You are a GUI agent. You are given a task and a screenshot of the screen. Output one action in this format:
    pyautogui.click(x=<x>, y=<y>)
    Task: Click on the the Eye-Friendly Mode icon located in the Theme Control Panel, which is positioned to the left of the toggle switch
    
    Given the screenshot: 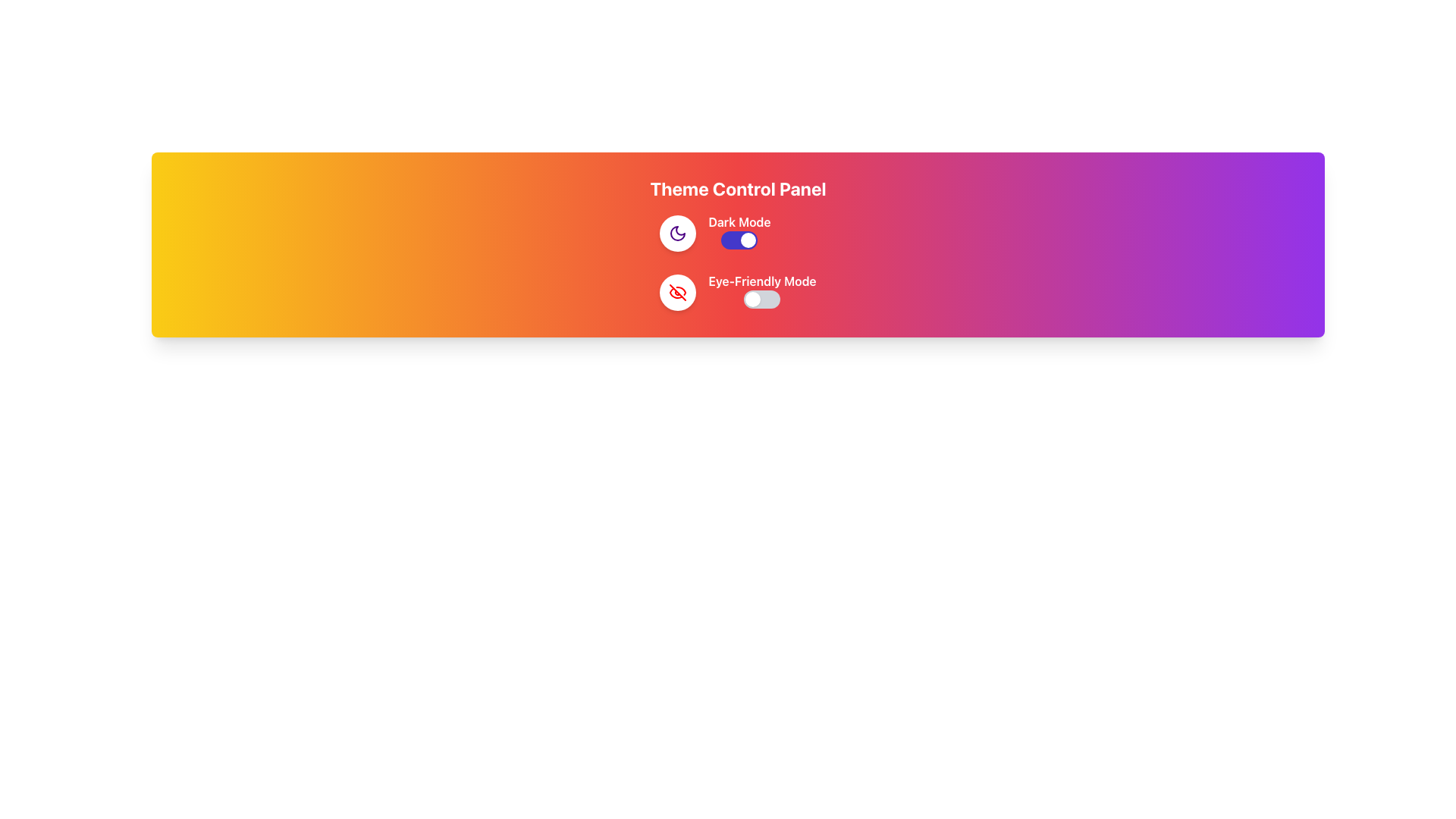 What is the action you would take?
    pyautogui.click(x=677, y=292)
    